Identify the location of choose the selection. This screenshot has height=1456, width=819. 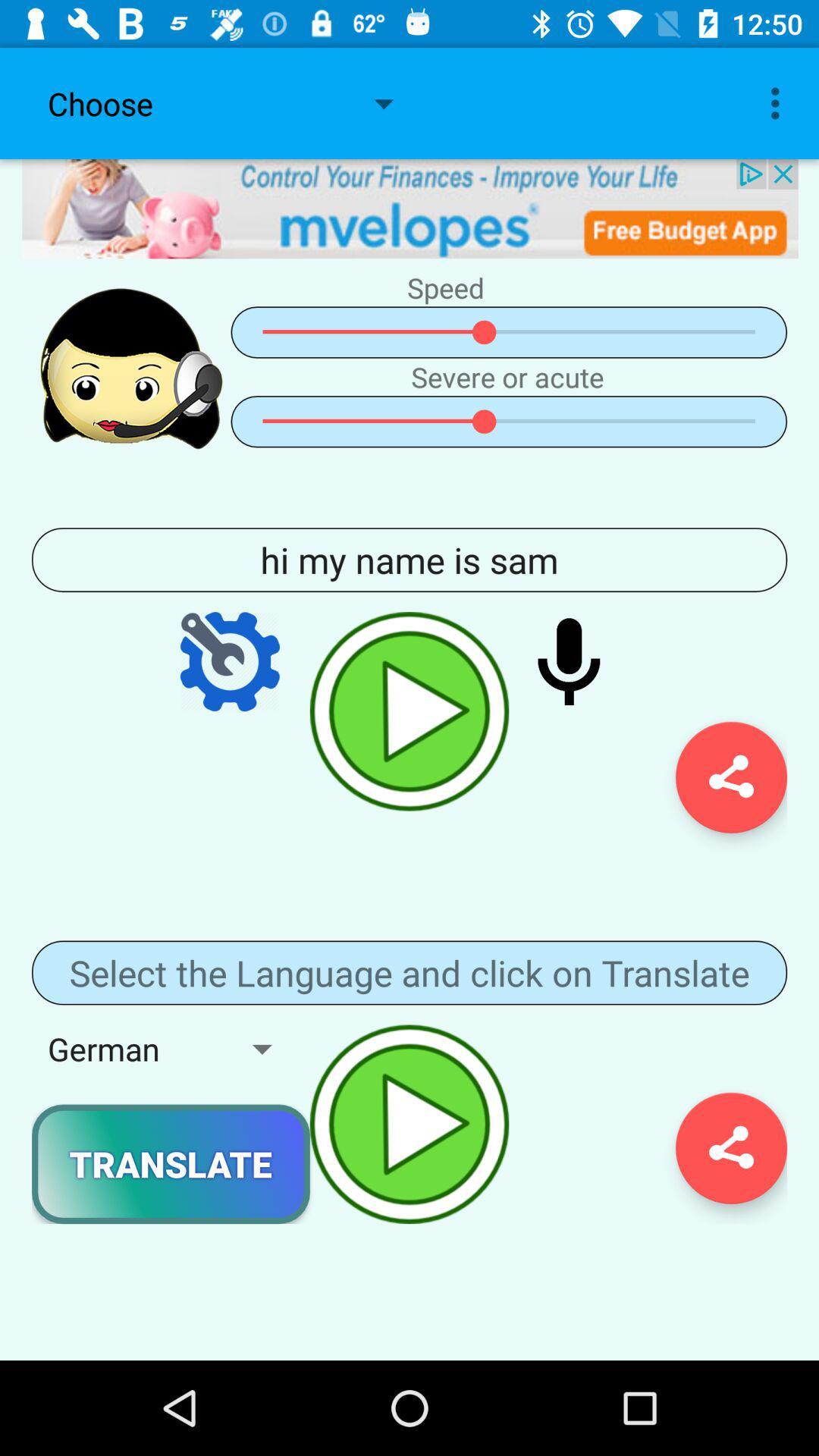
(409, 208).